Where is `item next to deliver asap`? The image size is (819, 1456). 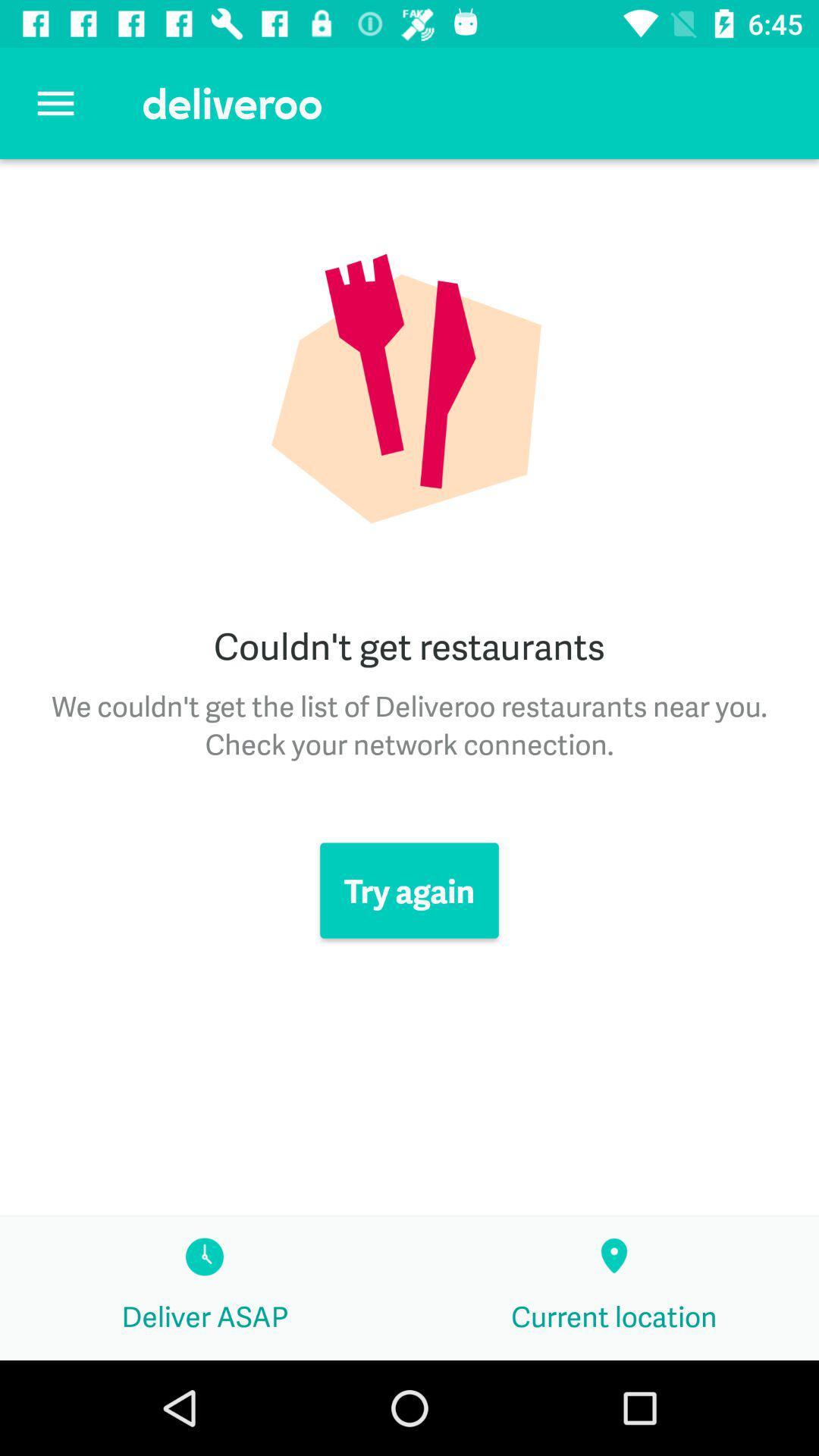
item next to deliver asap is located at coordinates (614, 1288).